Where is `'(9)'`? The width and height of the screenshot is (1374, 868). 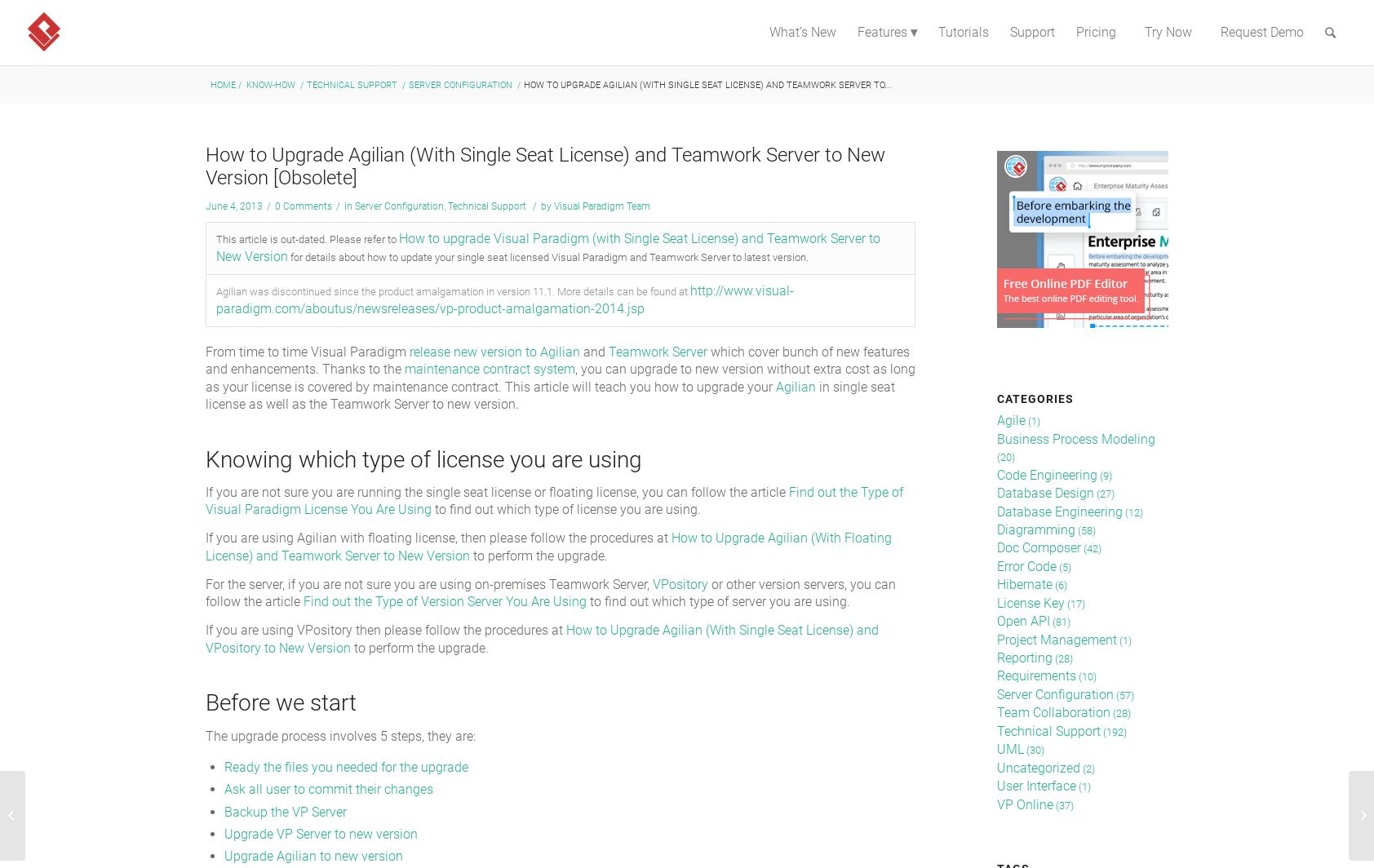 '(9)' is located at coordinates (1103, 475).